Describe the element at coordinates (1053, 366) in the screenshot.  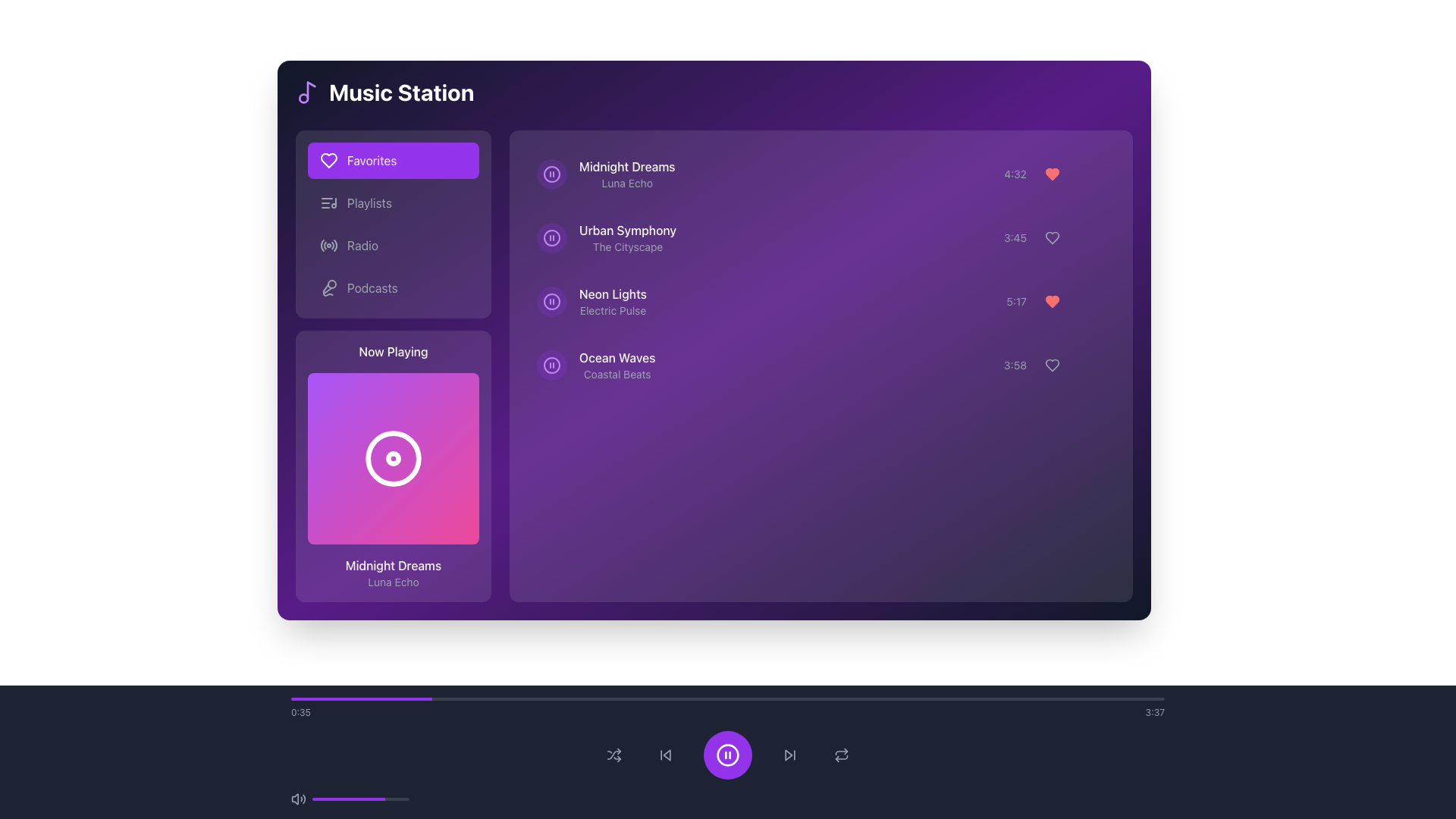
I see `the heart-shaped icon located to the right of the text '3:58' in the fourth row of the vertical list in the right panel` at that location.